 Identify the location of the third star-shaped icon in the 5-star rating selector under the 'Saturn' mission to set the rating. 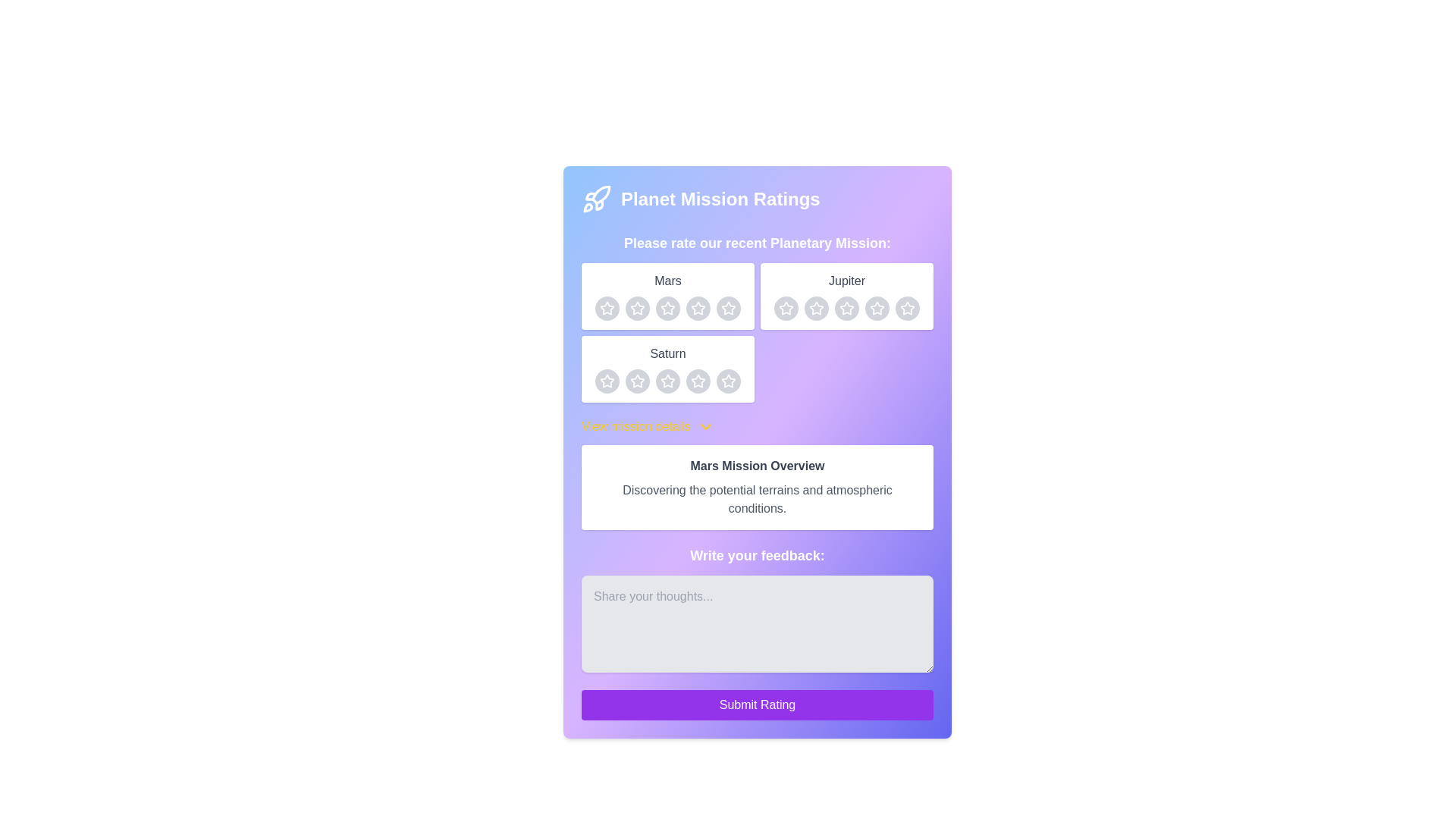
(728, 380).